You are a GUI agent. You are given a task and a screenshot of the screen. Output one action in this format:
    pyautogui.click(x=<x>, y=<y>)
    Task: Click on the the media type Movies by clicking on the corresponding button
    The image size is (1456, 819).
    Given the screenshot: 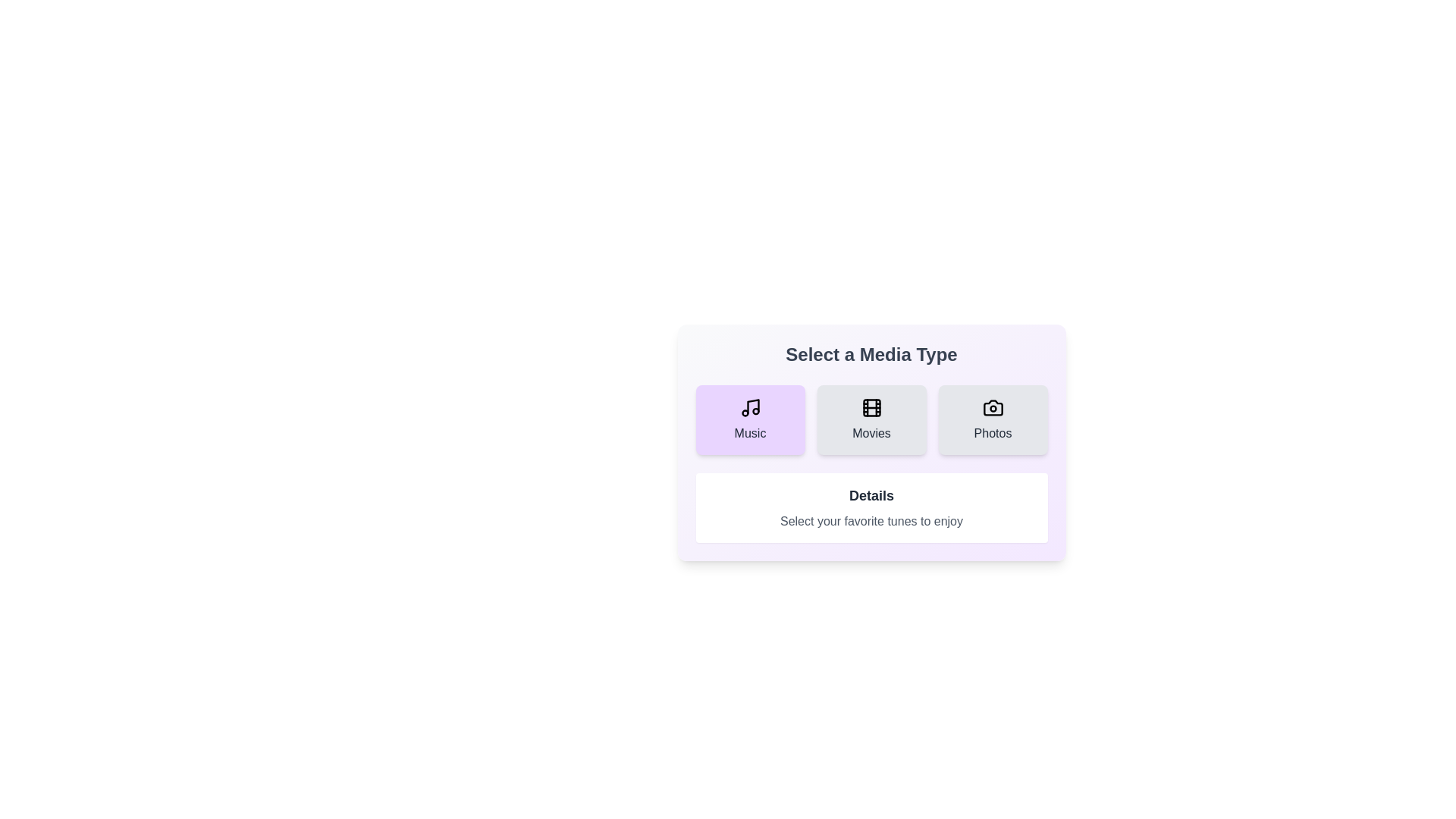 What is the action you would take?
    pyautogui.click(x=871, y=420)
    